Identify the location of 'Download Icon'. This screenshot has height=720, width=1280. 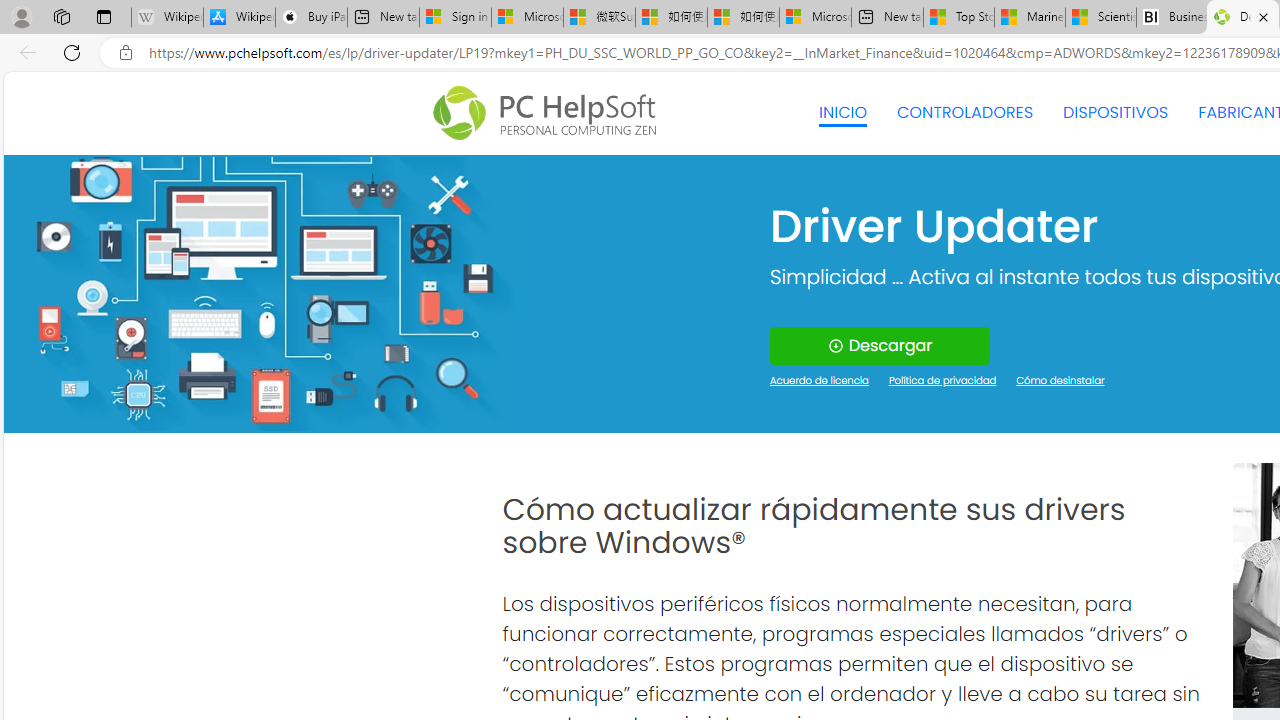
(835, 345).